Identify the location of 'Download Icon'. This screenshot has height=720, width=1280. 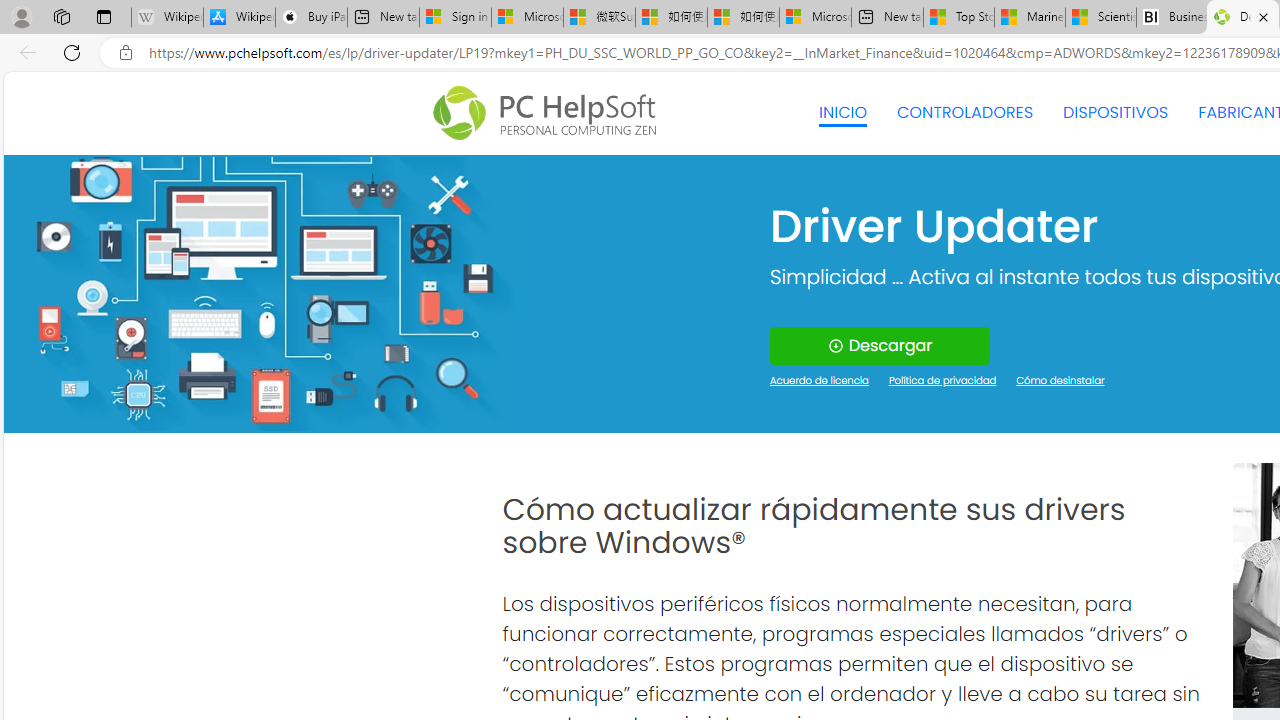
(835, 345).